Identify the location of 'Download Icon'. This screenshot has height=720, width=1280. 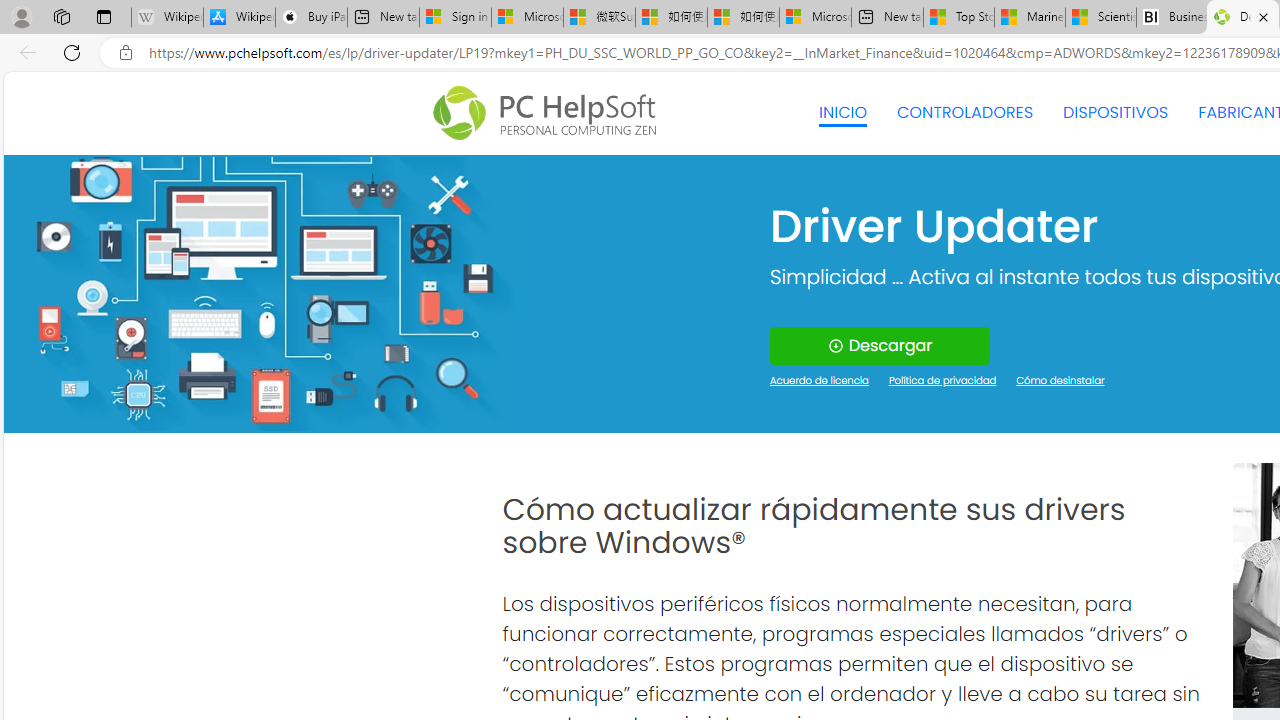
(835, 345).